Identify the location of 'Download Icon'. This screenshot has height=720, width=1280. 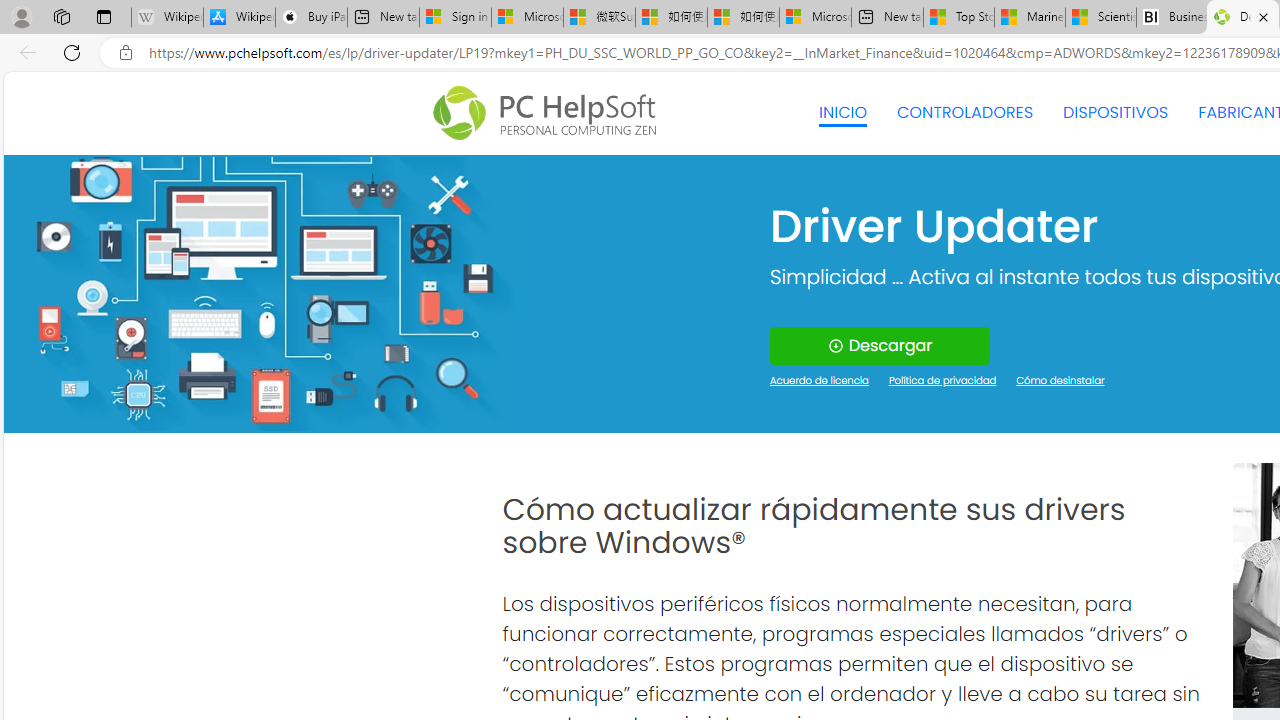
(835, 345).